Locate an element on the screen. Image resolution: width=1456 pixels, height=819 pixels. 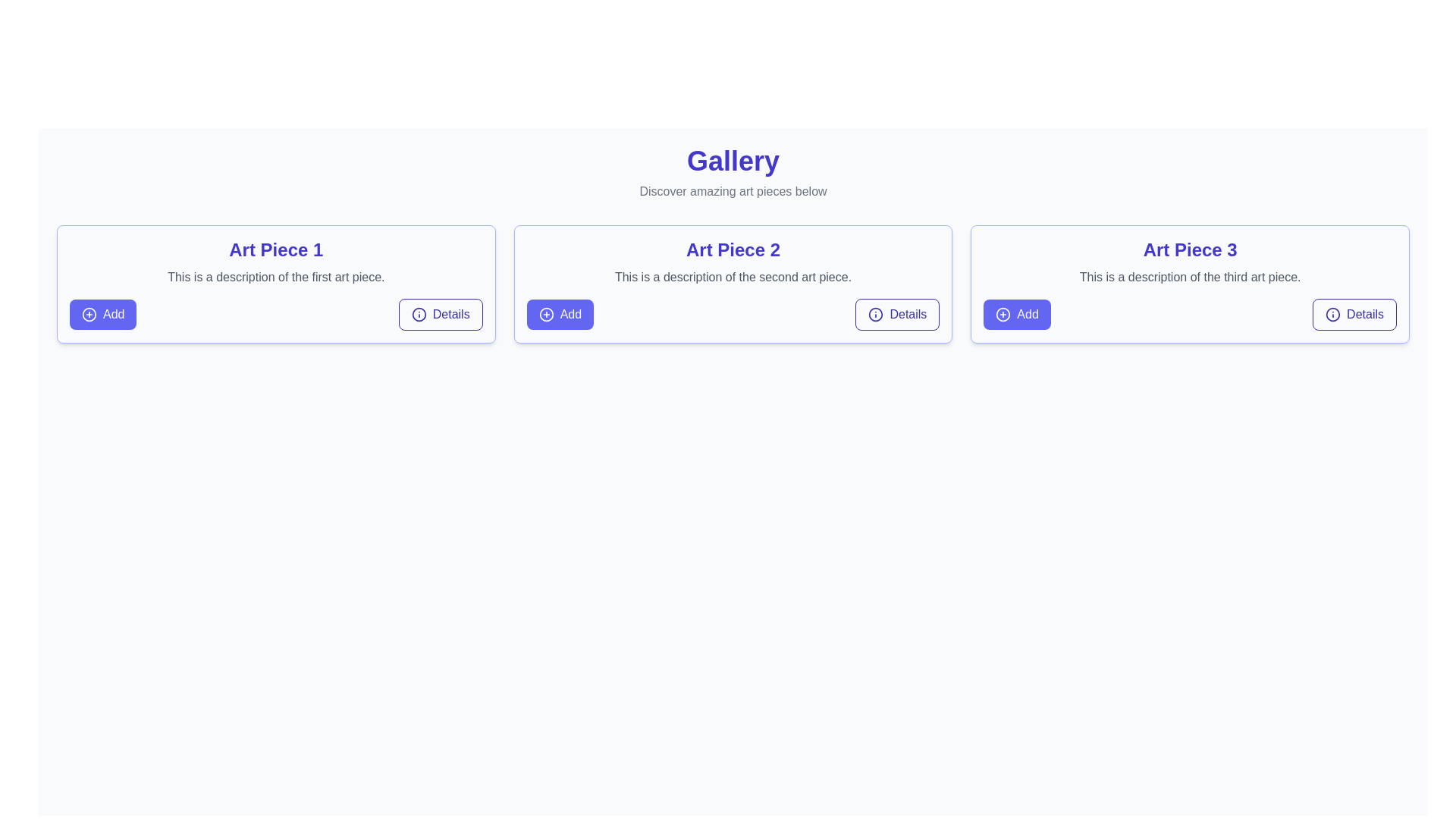
the 'add' button located at the bottom left corner of the card layout titled 'Art Piece 1' is located at coordinates (102, 314).